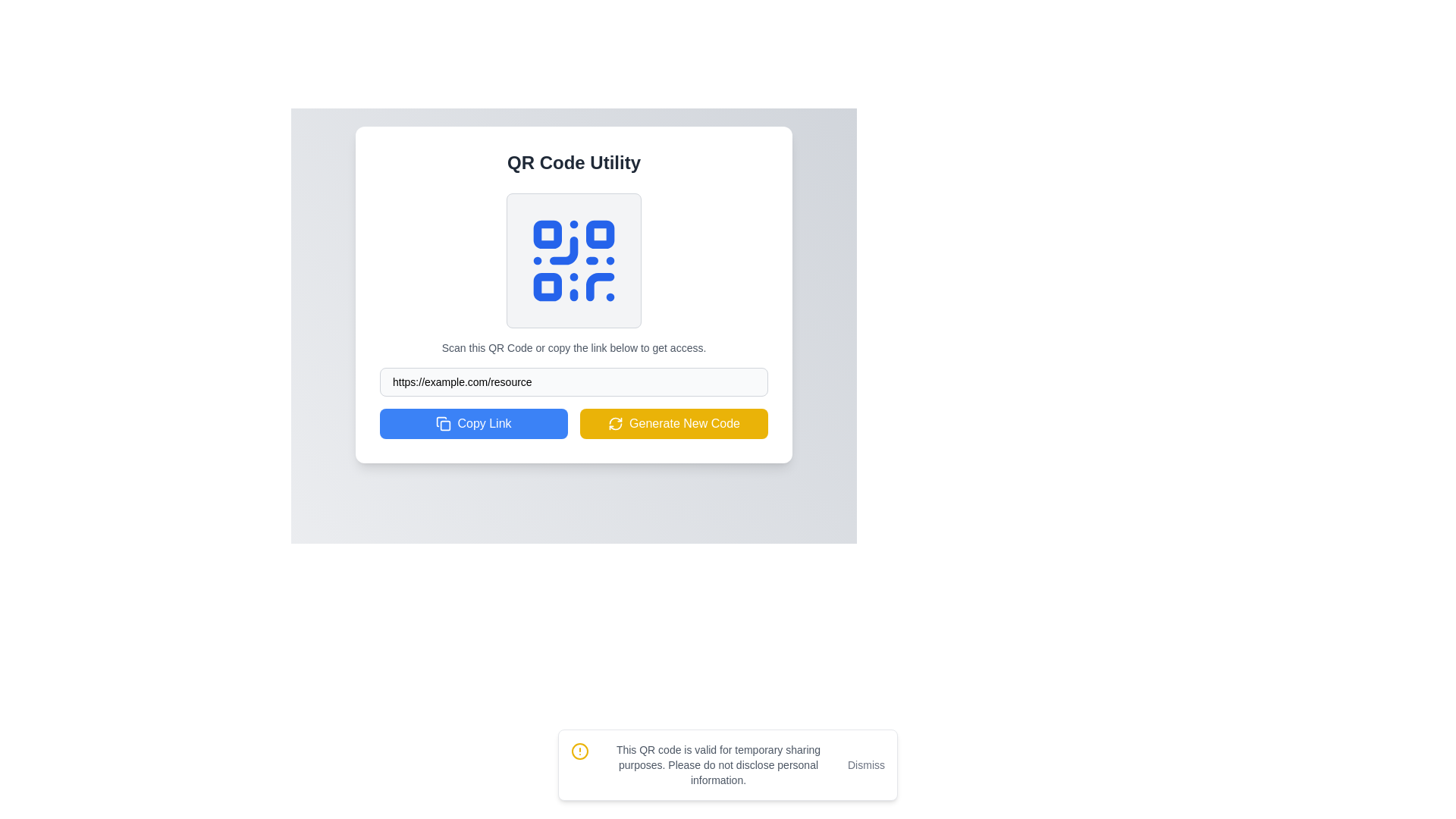  I want to click on the button located at the bottom right of the 'QR Code Utility' panel, so click(673, 424).